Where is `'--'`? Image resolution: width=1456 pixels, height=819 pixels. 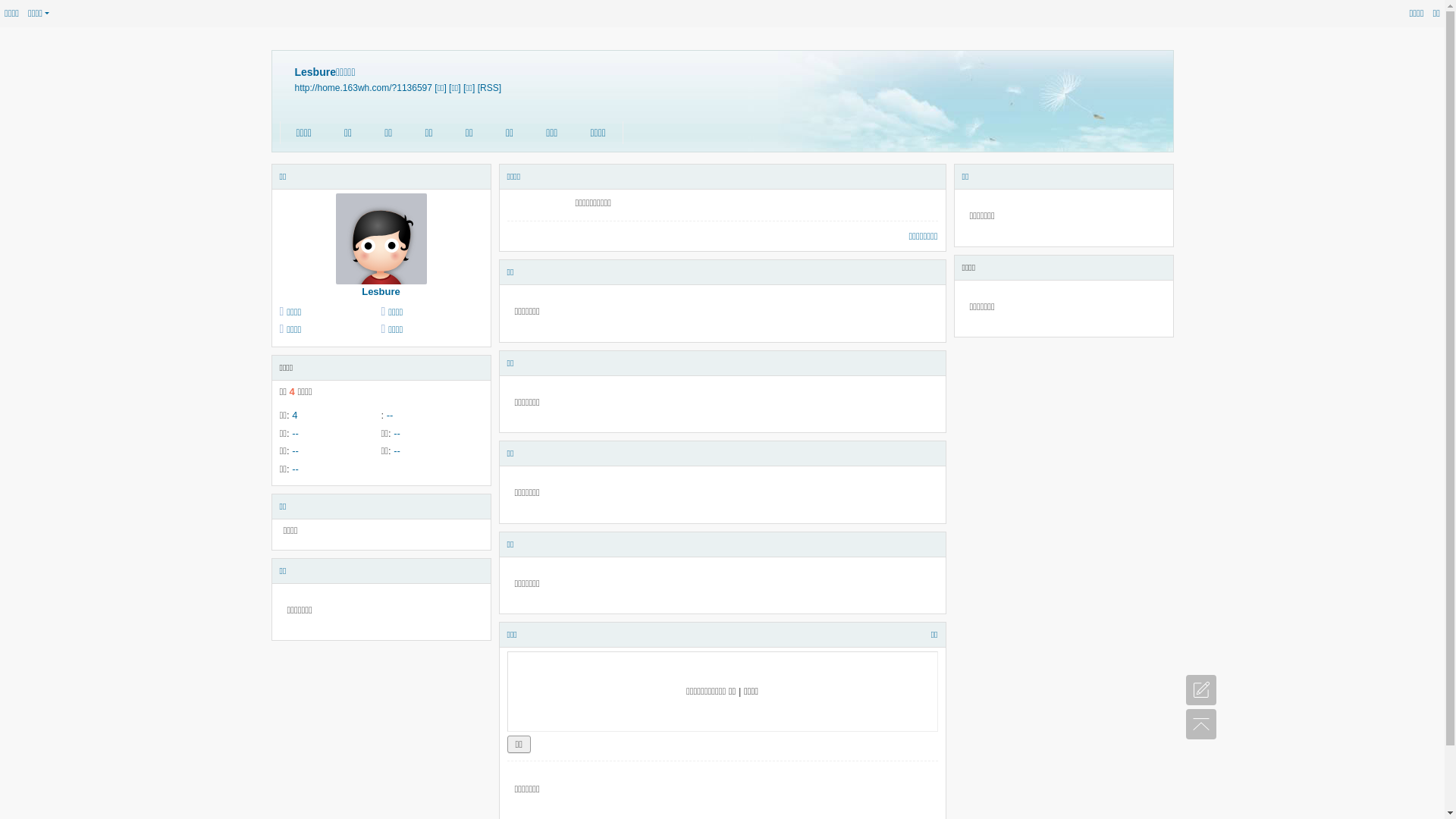 '--' is located at coordinates (295, 467).